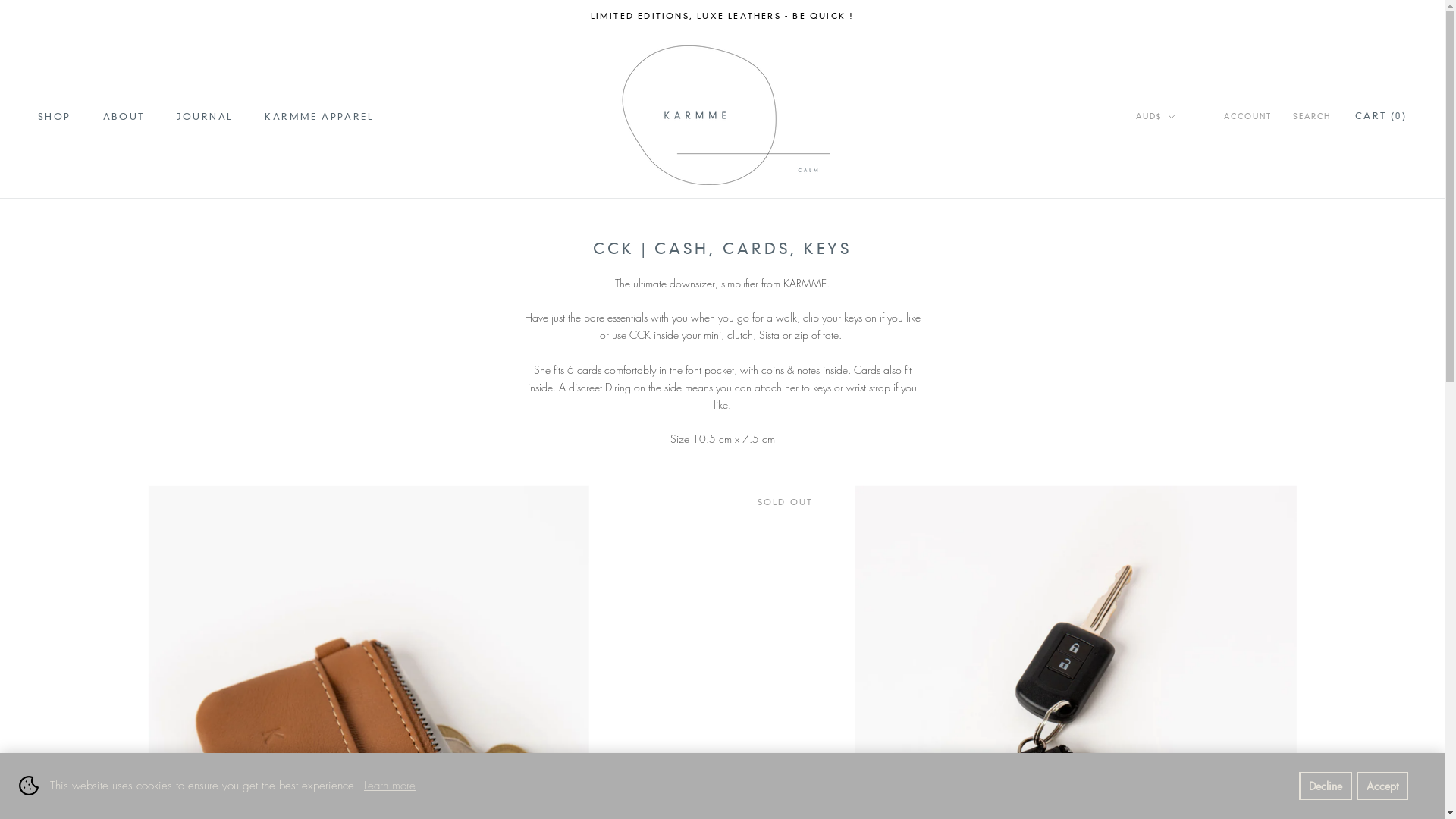  Describe the element at coordinates (1175, 209) in the screenshot. I see `'RUB'` at that location.